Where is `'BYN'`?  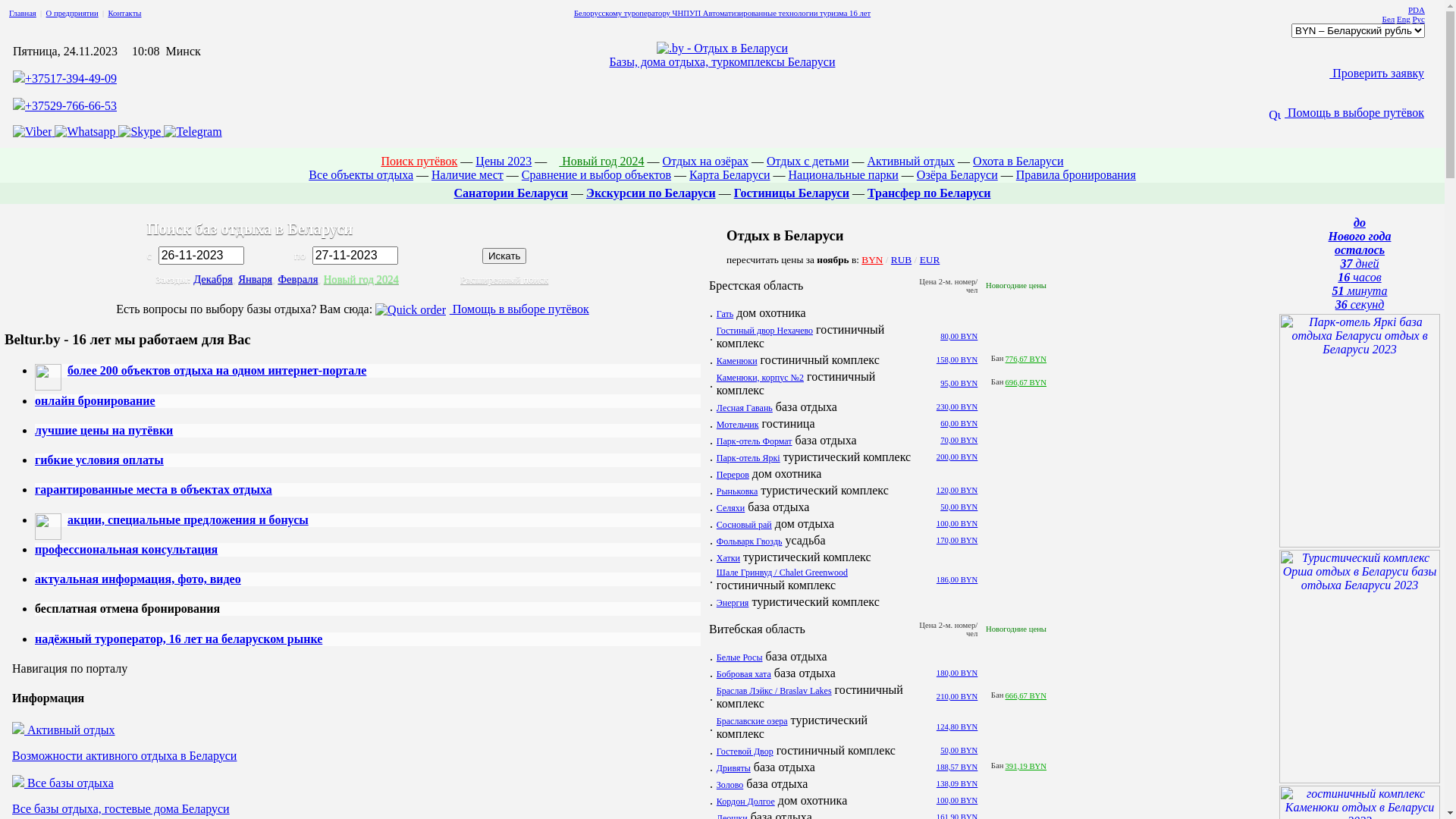 'BYN' is located at coordinates (872, 258).